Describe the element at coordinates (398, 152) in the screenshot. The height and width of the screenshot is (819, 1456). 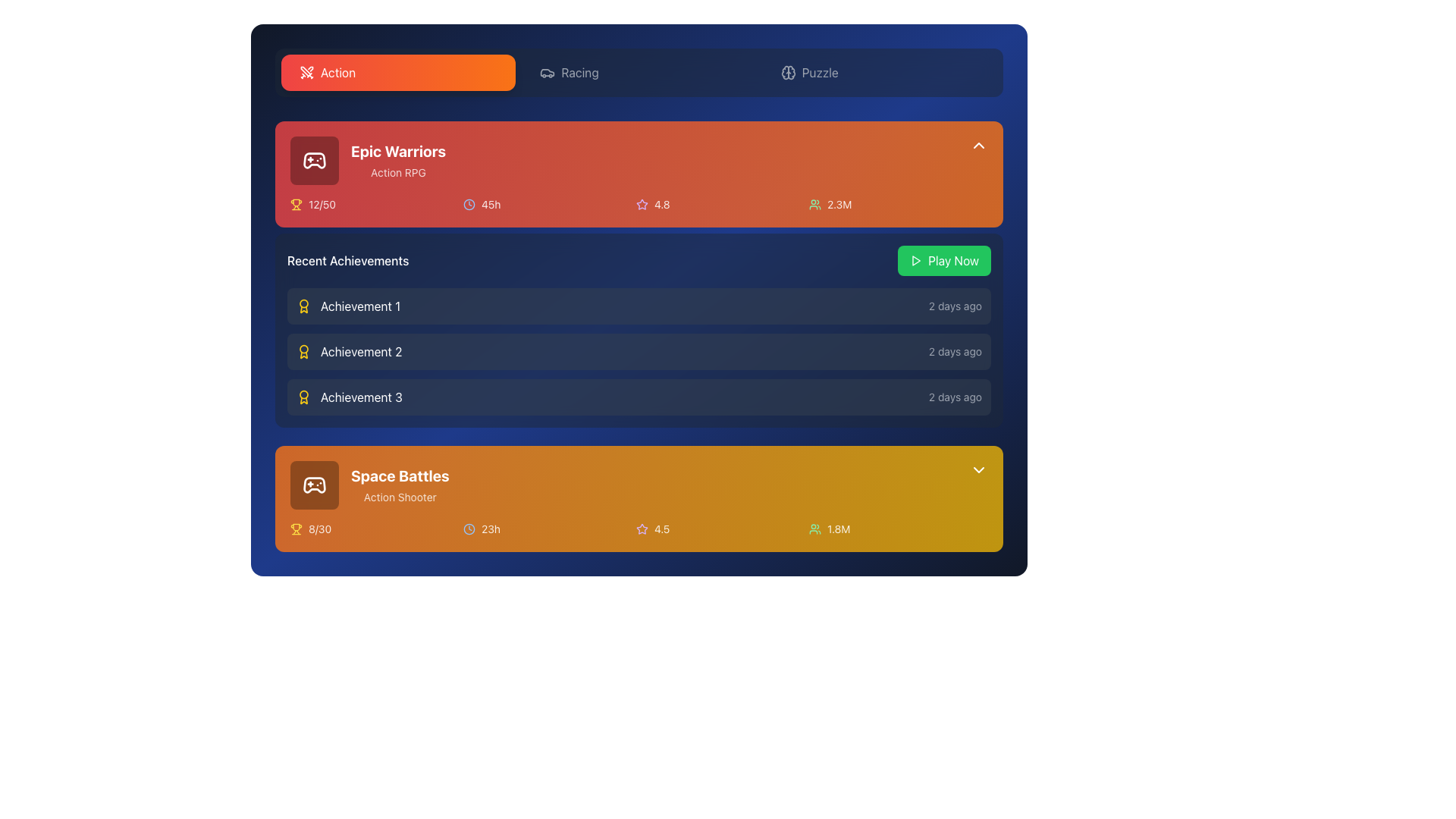
I see `the Text Label that serves as the title of the card, which is centrally positioned within the red rectangular area of the card header` at that location.